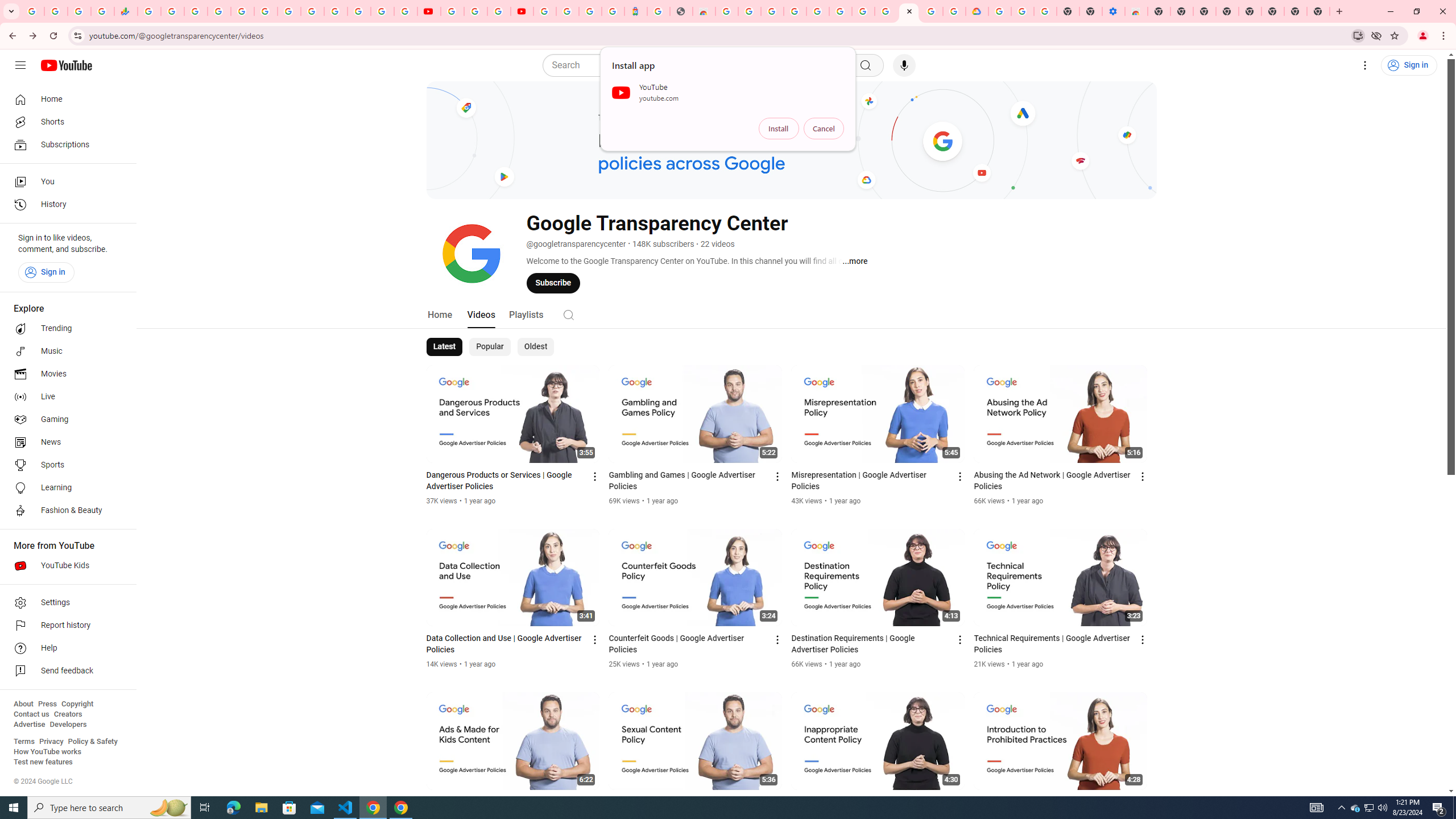  Describe the element at coordinates (47, 704) in the screenshot. I see `'Press'` at that location.